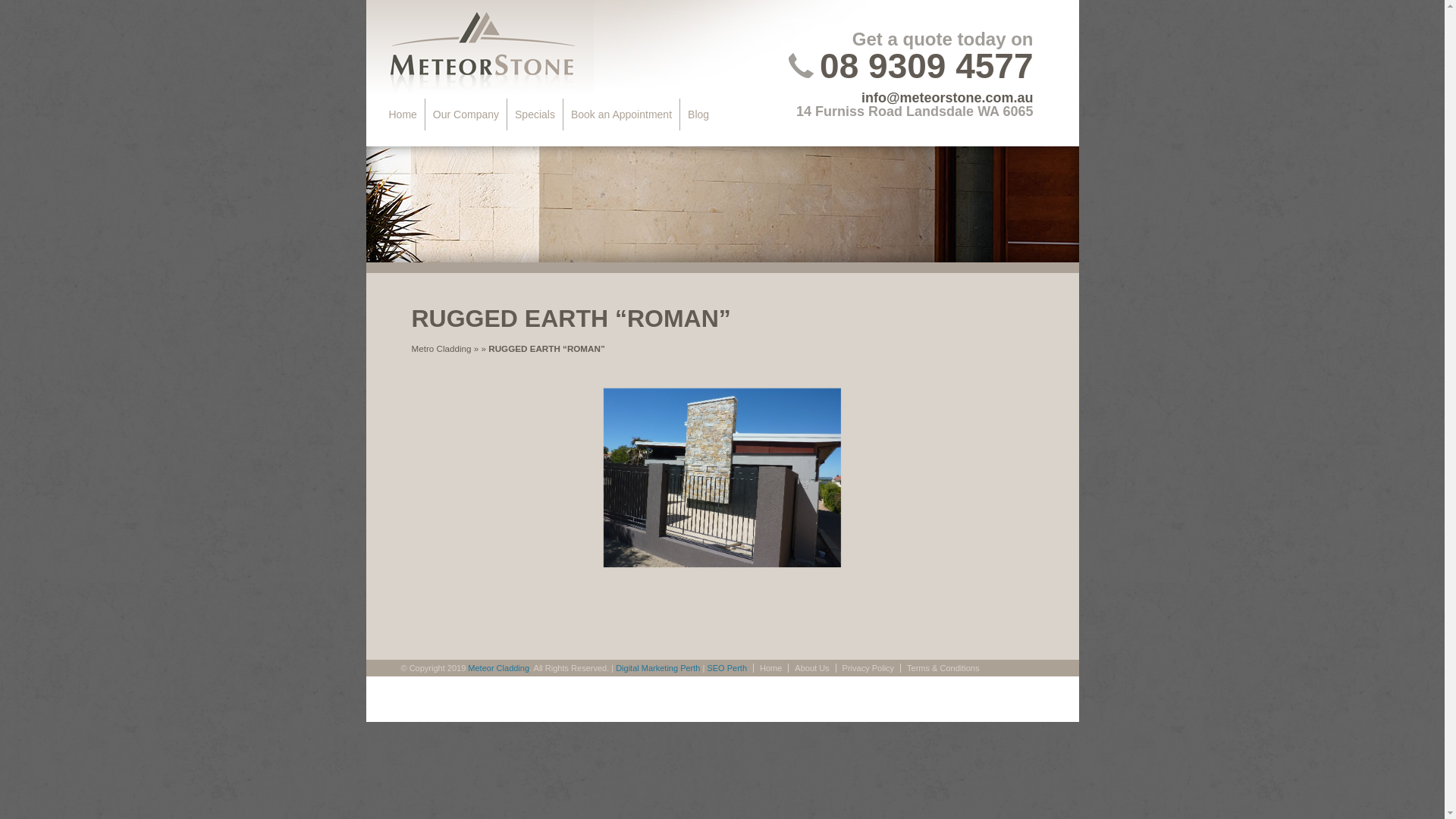 The image size is (1456, 819). What do you see at coordinates (423, 113) in the screenshot?
I see `'Skip to content'` at bounding box center [423, 113].